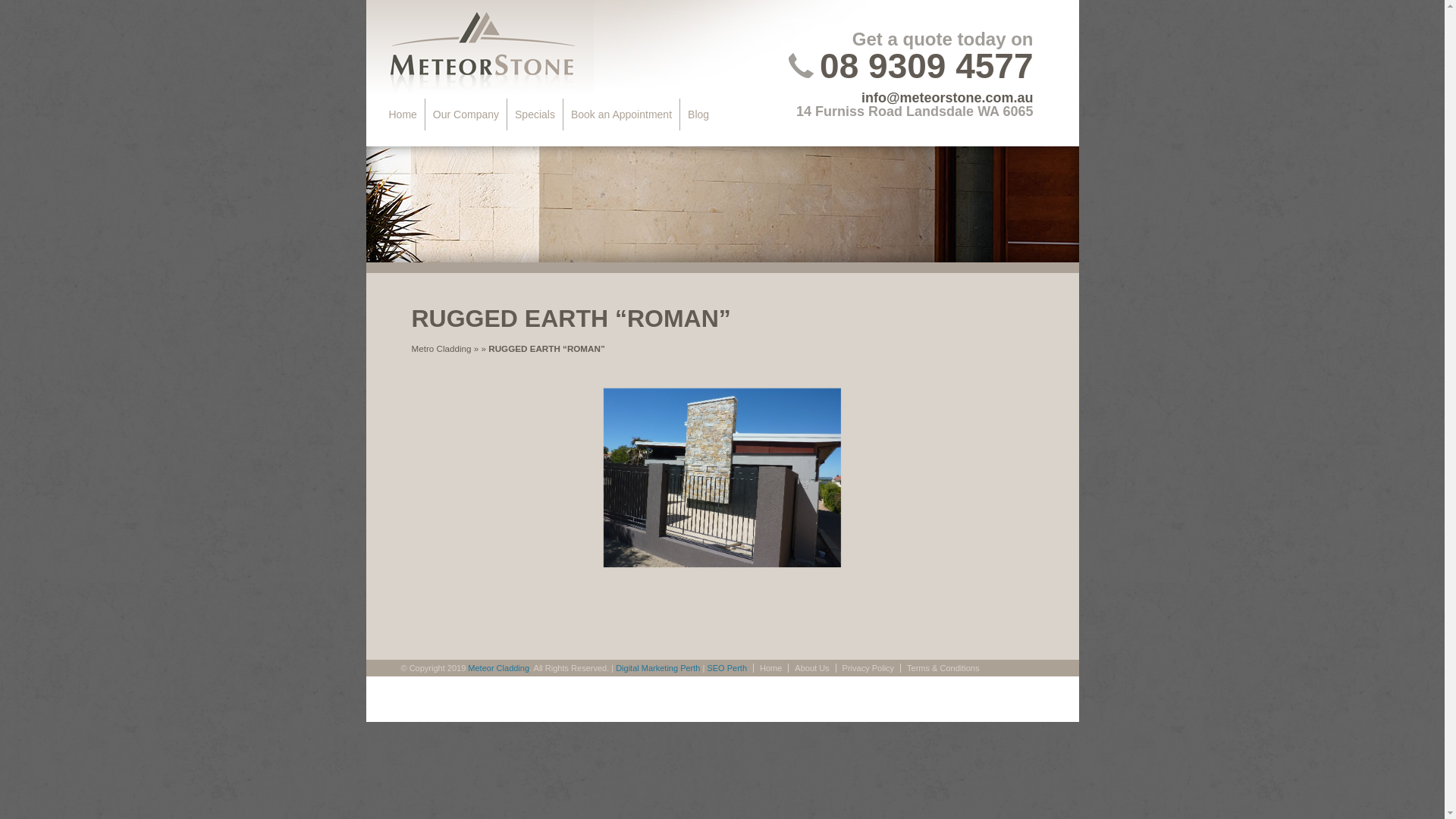 The image size is (1456, 819). What do you see at coordinates (423, 113) in the screenshot?
I see `'Skip to content'` at bounding box center [423, 113].